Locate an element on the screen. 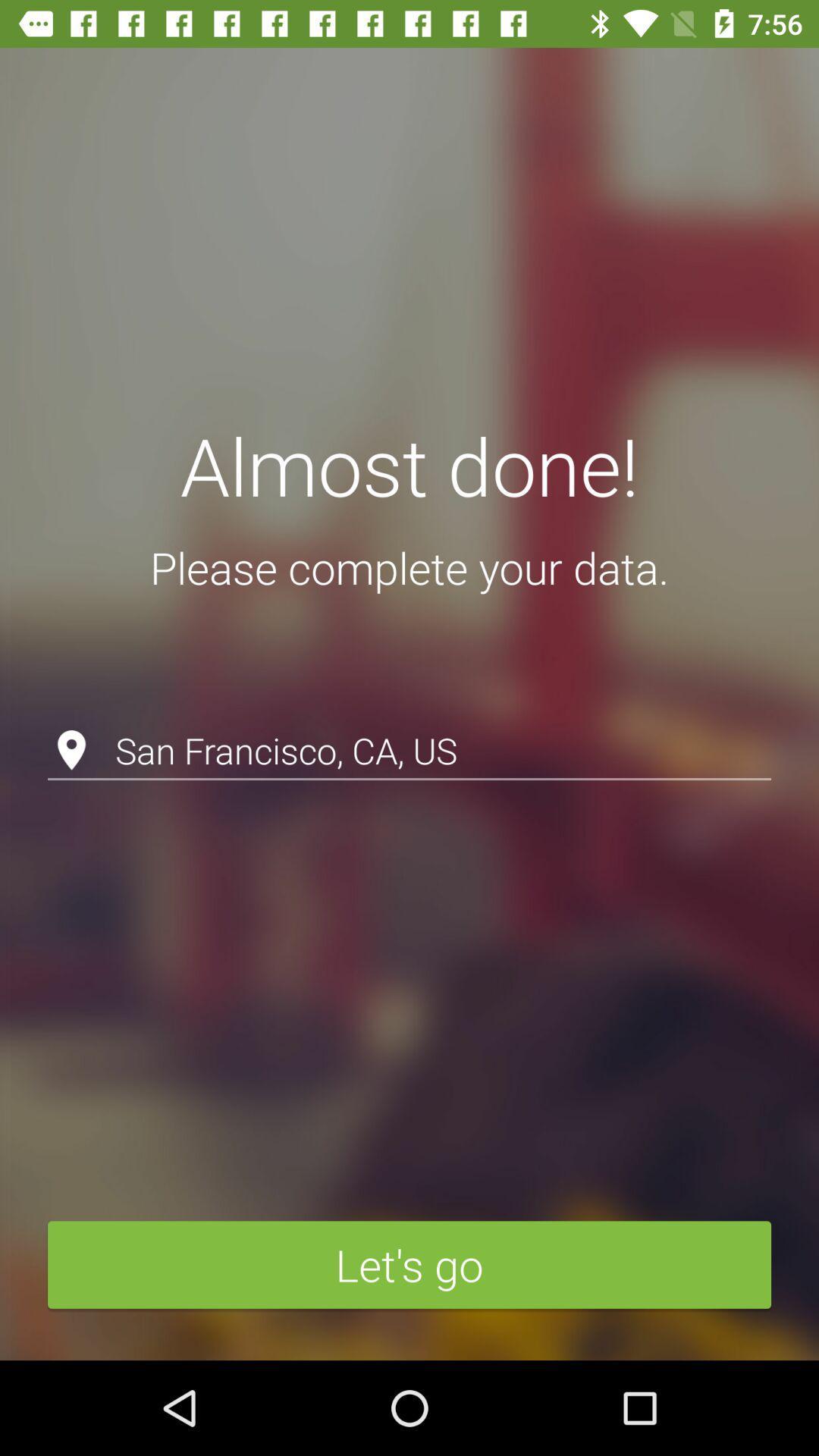 The height and width of the screenshot is (1456, 819). location is located at coordinates (409, 711).